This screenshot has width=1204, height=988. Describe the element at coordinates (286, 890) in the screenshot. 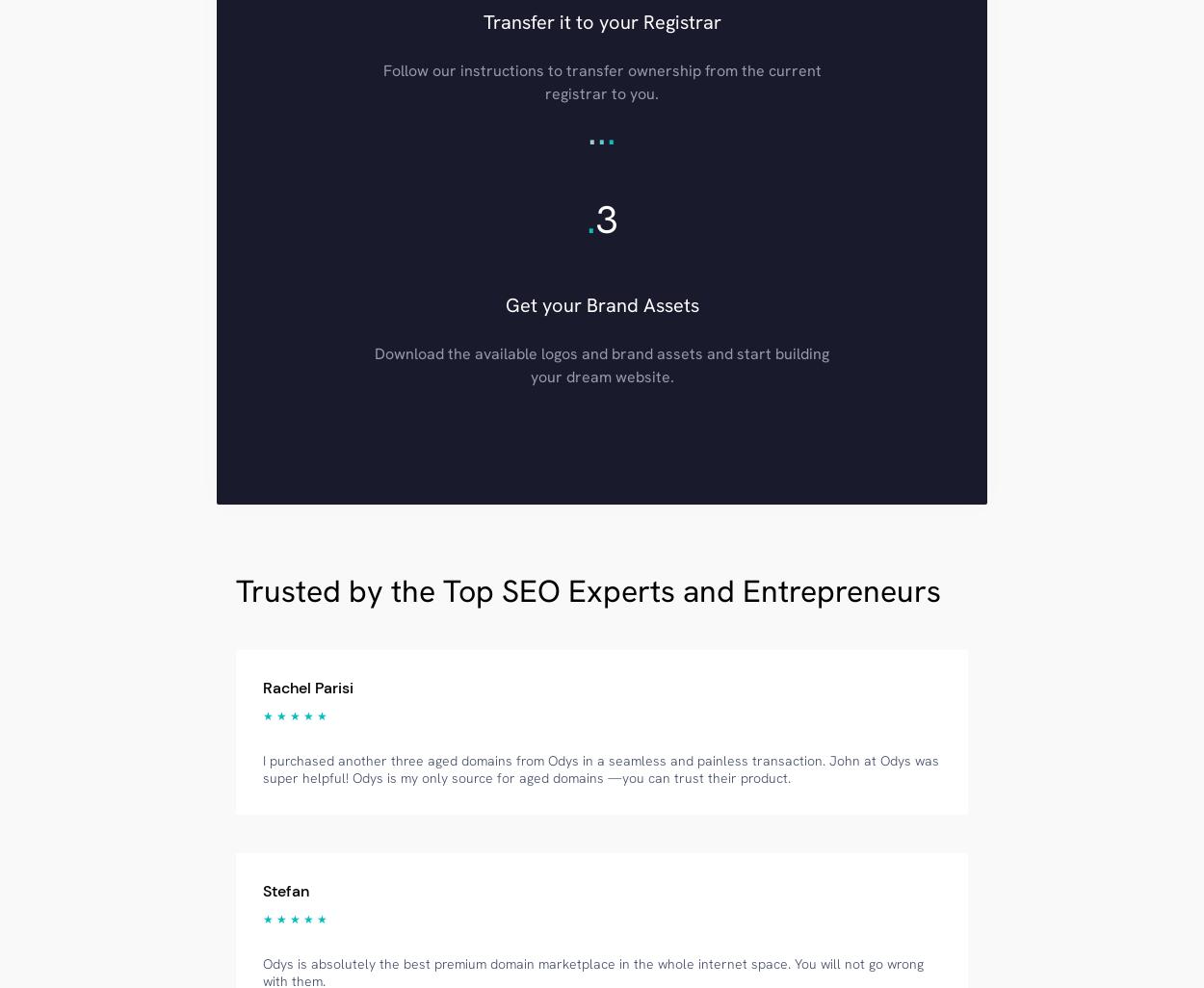

I see `'Stefan'` at that location.